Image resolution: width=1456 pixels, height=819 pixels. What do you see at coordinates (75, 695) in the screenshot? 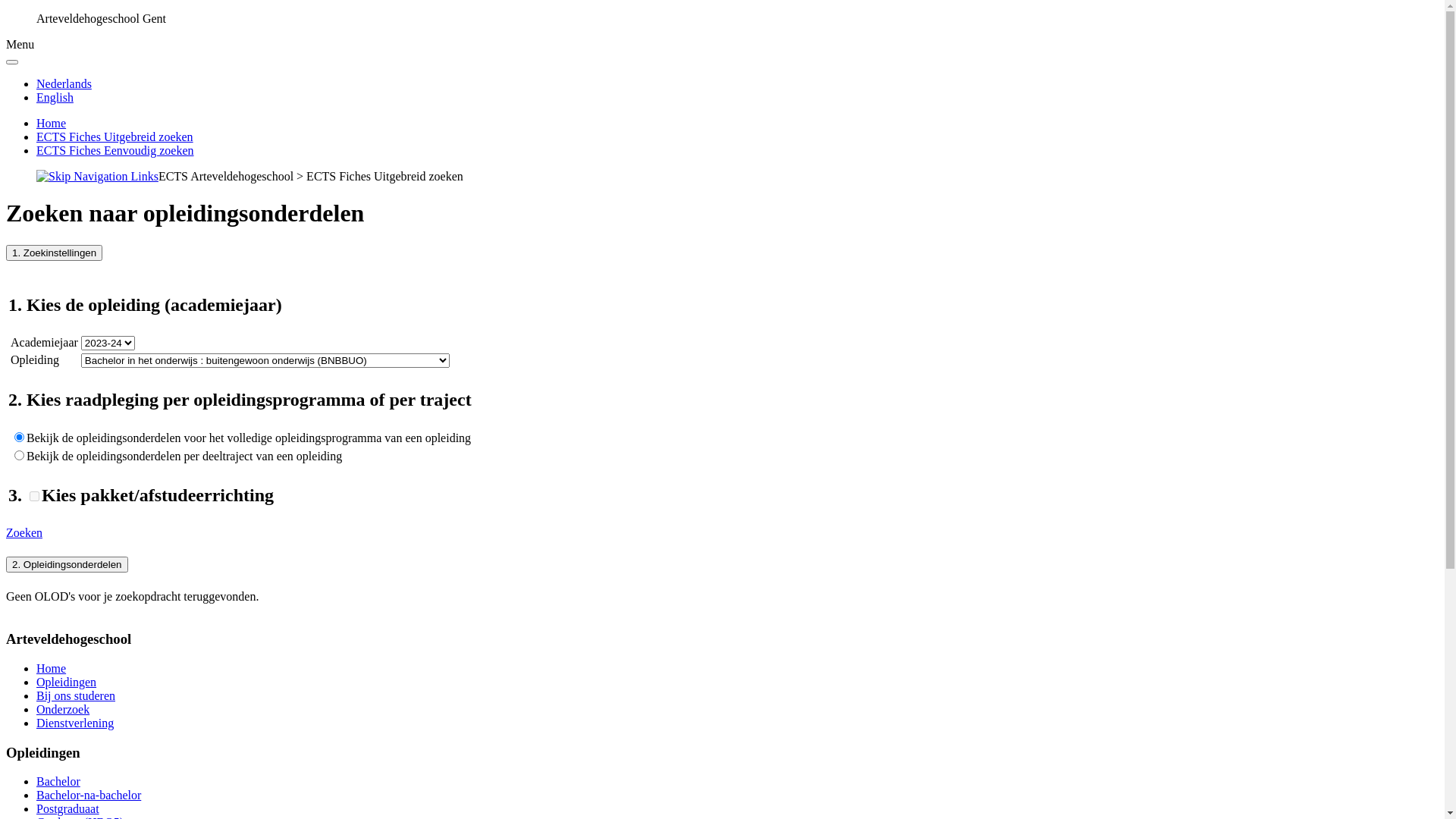
I see `'Bij ons studeren'` at bounding box center [75, 695].